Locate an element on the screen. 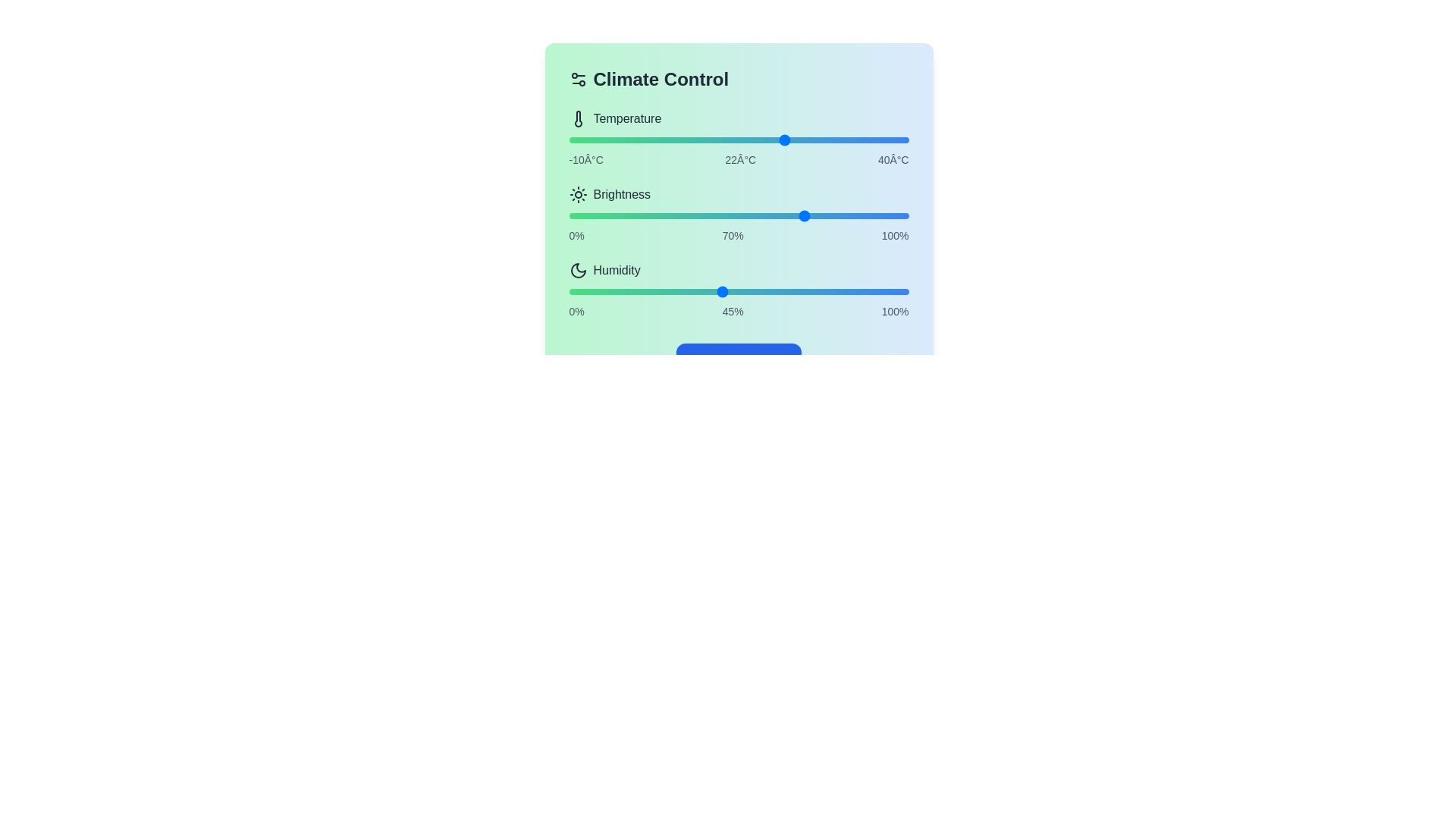 This screenshot has width=1456, height=819. the humidity level is located at coordinates (899, 292).